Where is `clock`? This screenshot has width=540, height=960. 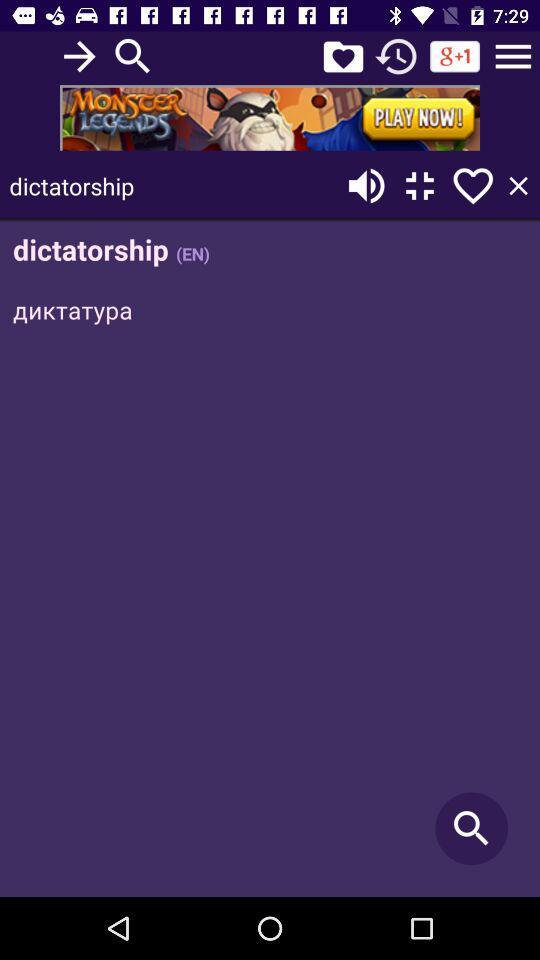 clock is located at coordinates (396, 55).